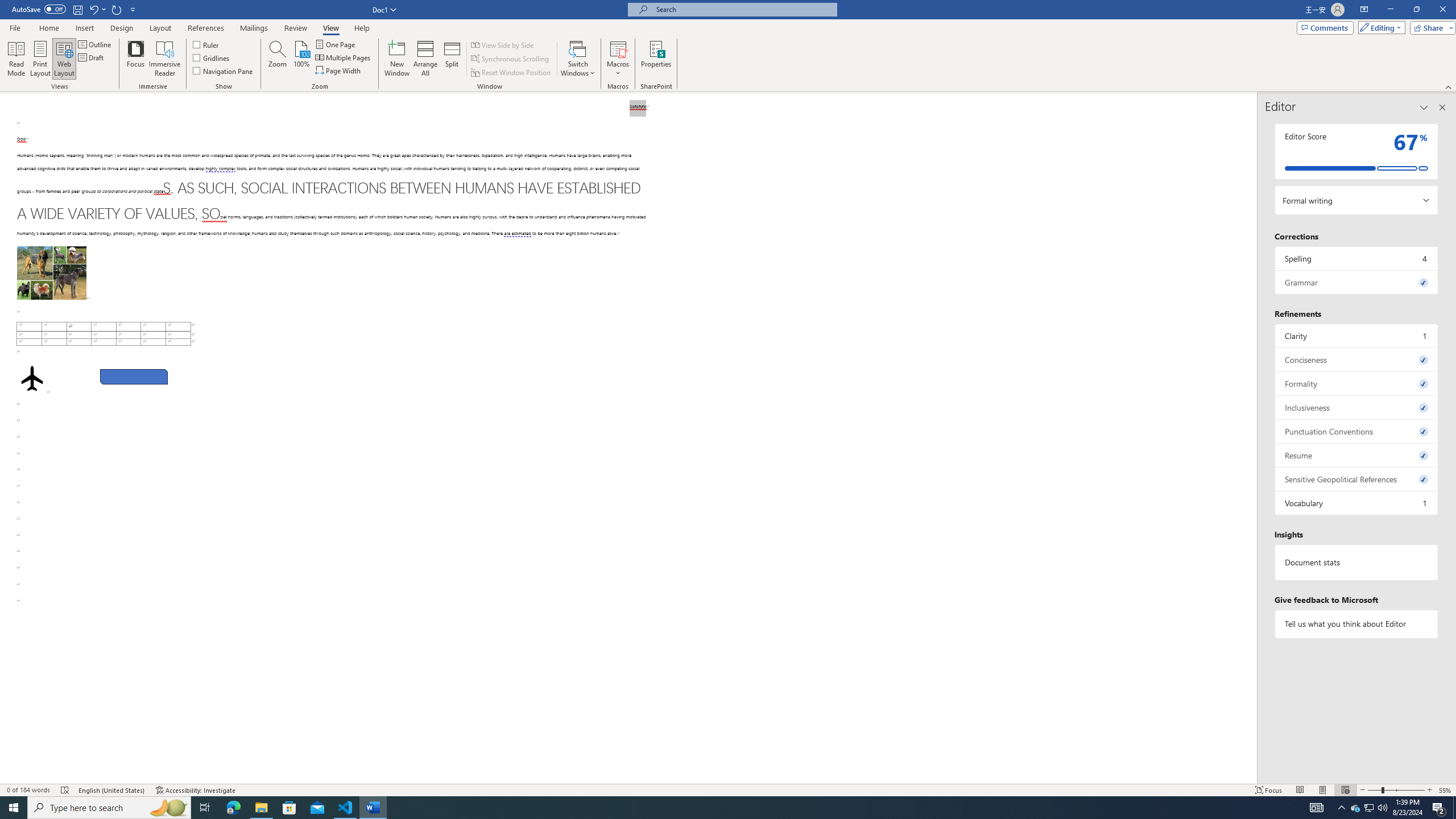 Image resolution: width=1456 pixels, height=819 pixels. What do you see at coordinates (1356, 455) in the screenshot?
I see `'Resume, 0 issues. Press space or enter to review items.'` at bounding box center [1356, 455].